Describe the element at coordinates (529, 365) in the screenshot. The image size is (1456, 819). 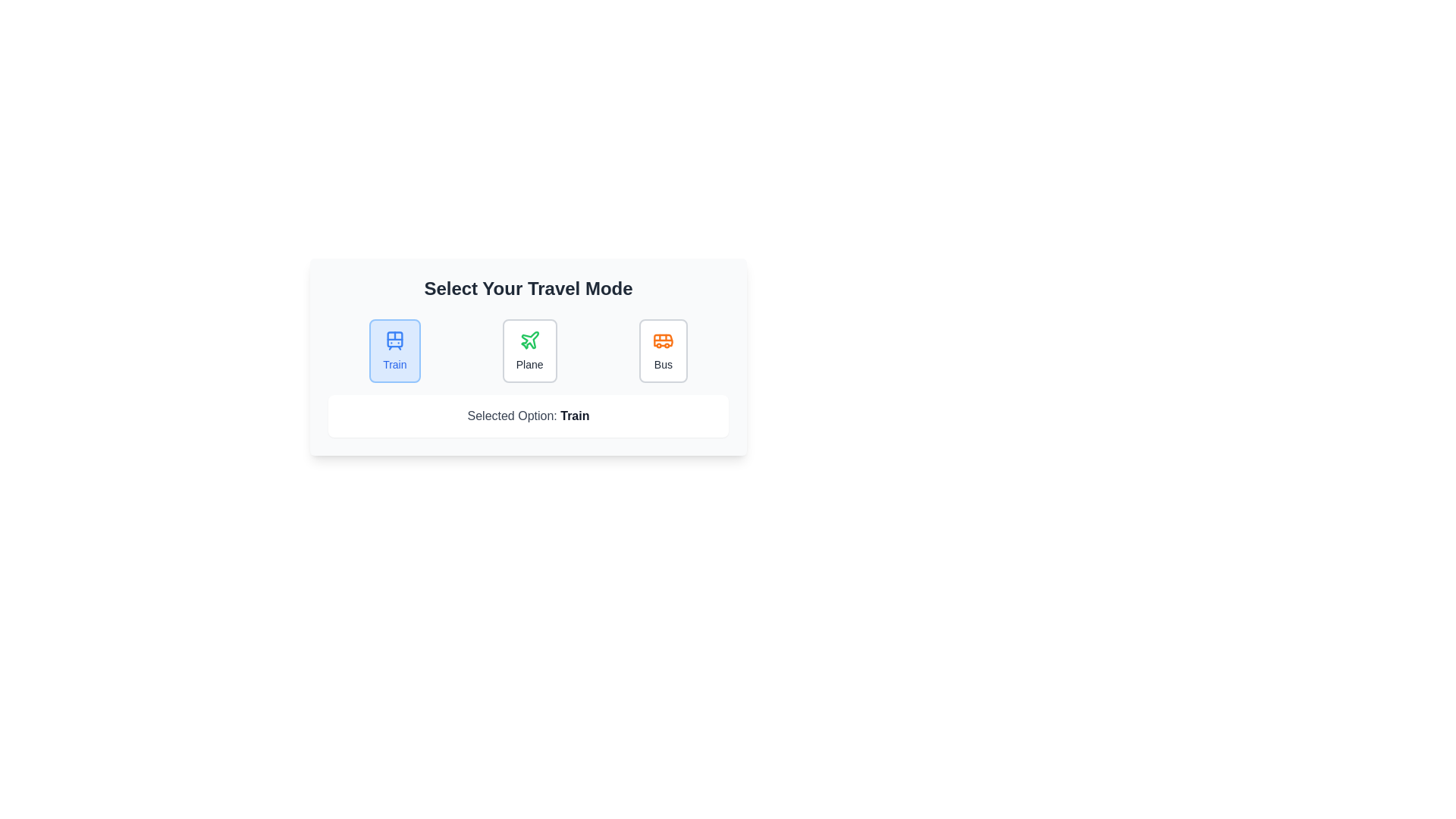
I see `the text label that informs the user about the selection 'Plane', which is positioned below the airplane icon in the travel mode selection section` at that location.